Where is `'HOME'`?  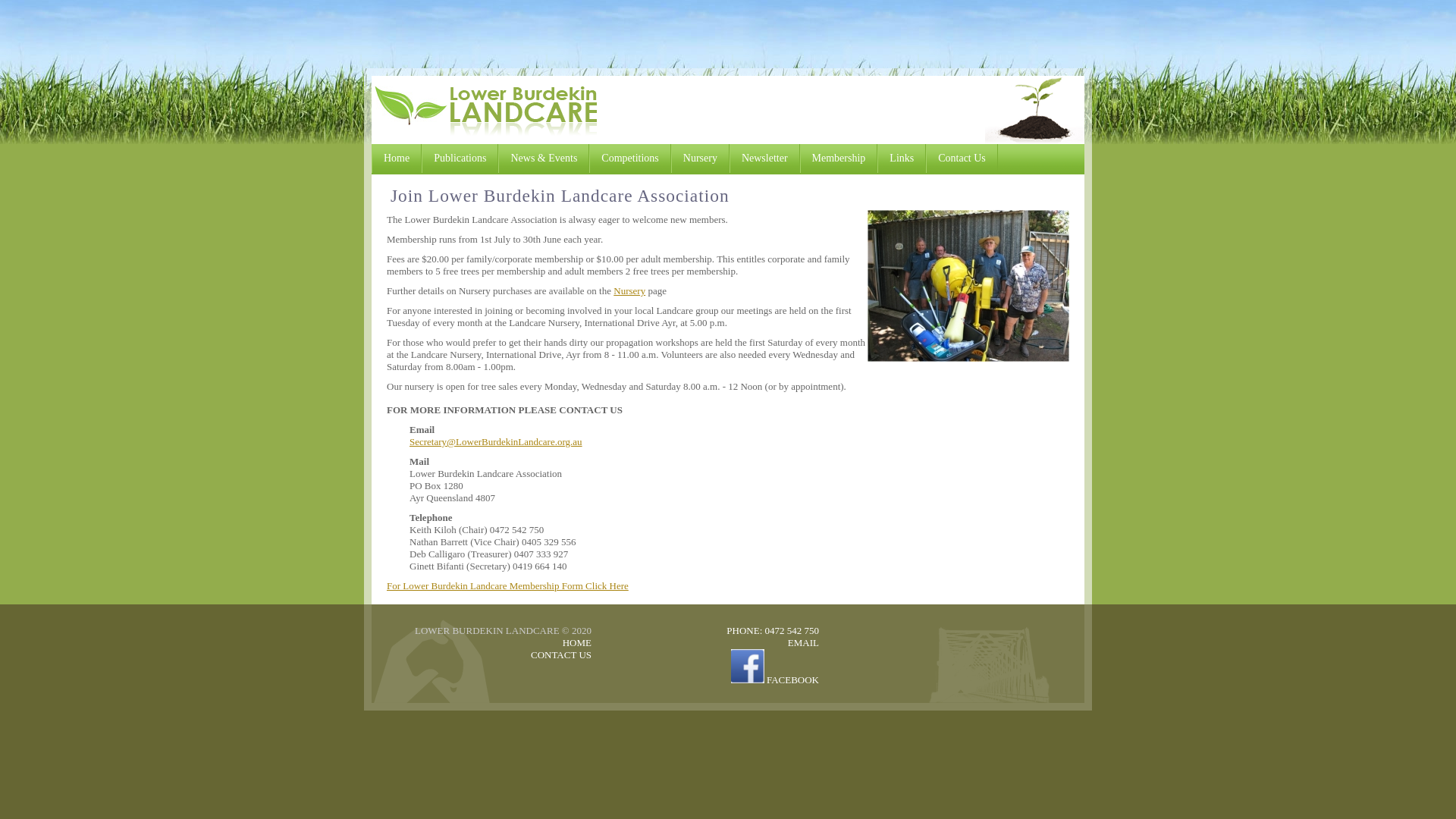 'HOME' is located at coordinates (576, 642).